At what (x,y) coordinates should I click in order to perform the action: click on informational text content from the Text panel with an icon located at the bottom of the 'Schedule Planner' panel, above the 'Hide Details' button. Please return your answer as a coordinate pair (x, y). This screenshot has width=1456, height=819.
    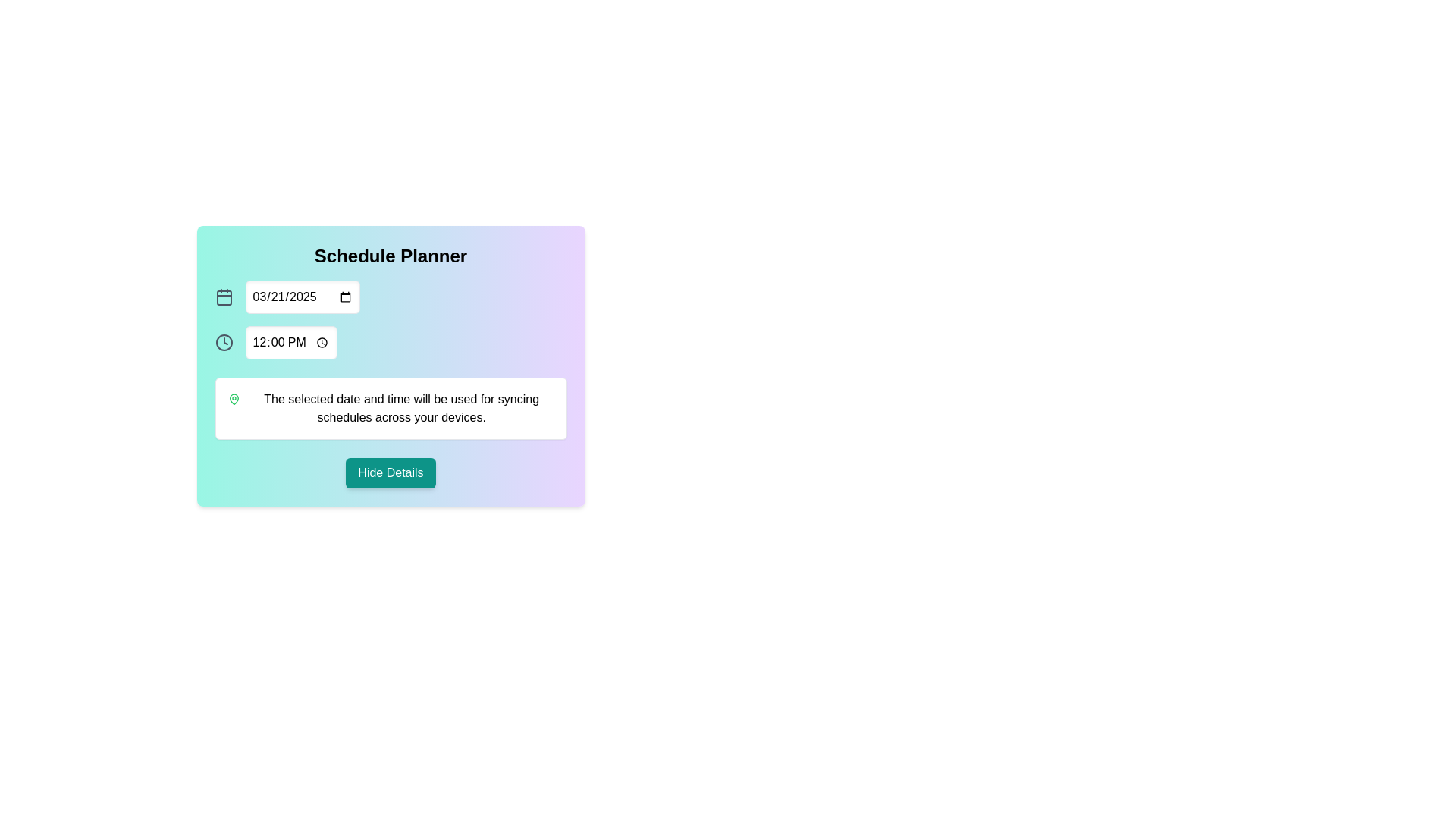
    Looking at the image, I should click on (391, 408).